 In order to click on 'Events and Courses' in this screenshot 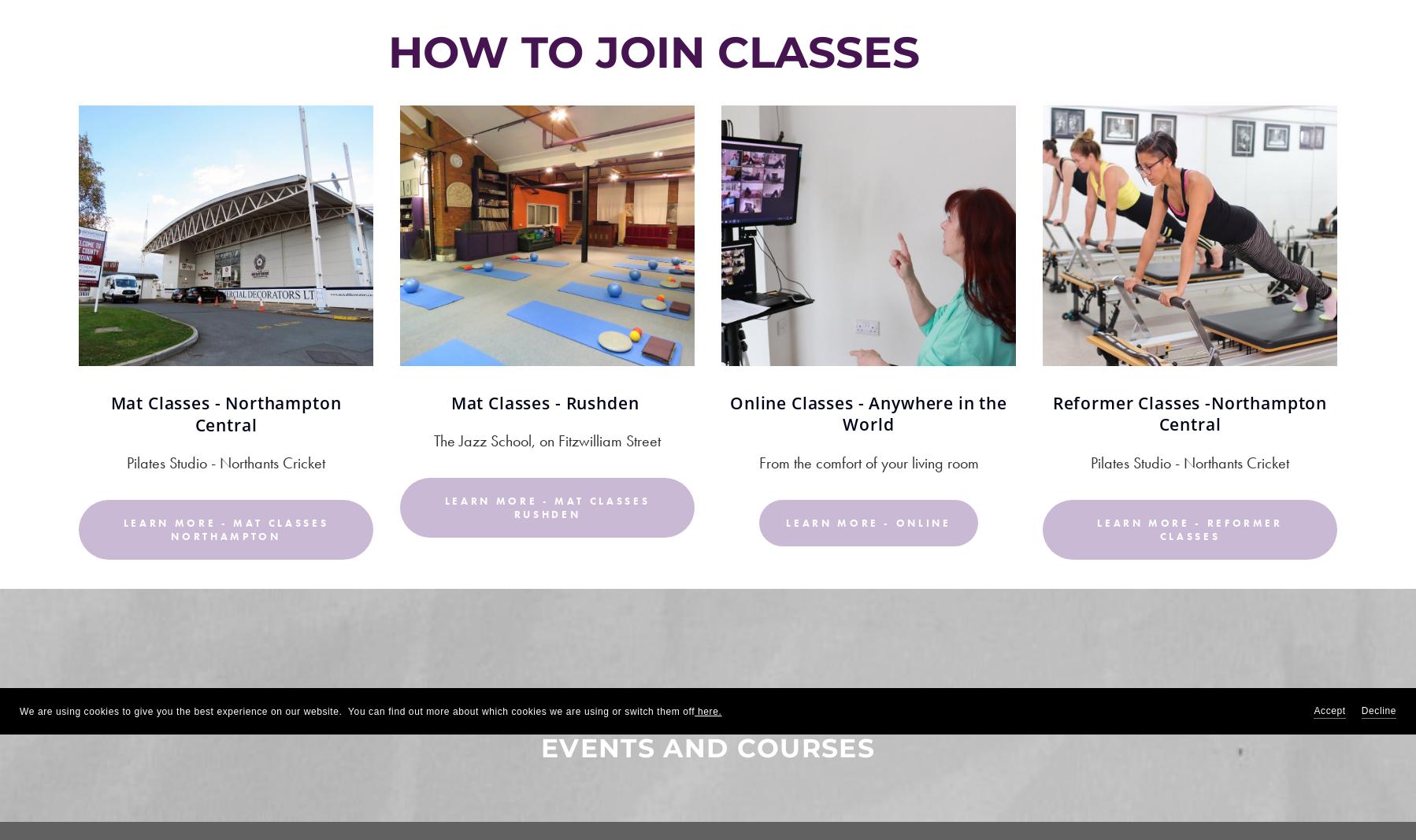, I will do `click(707, 746)`.